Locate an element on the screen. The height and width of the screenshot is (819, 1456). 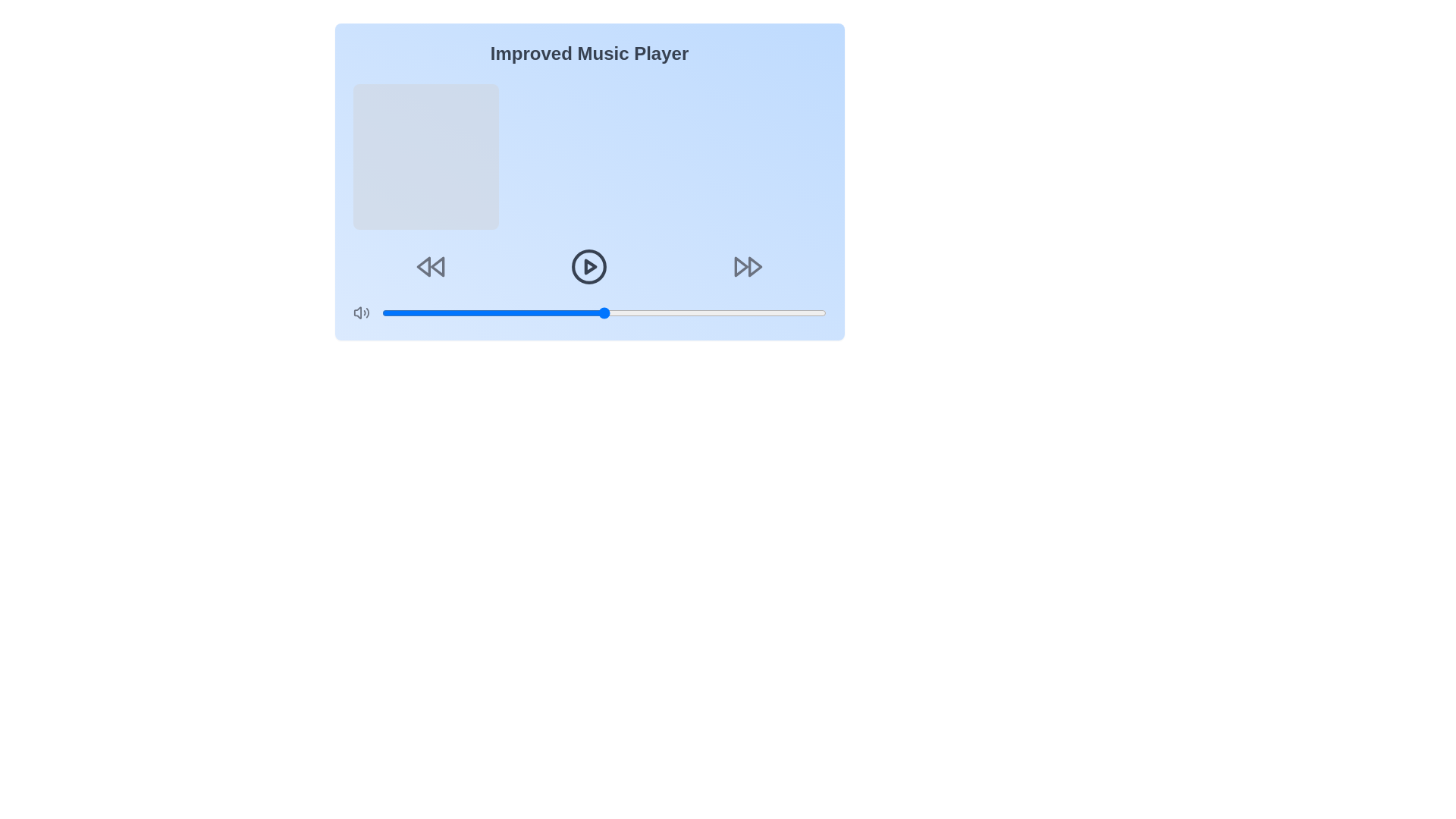
the volume is located at coordinates (767, 312).